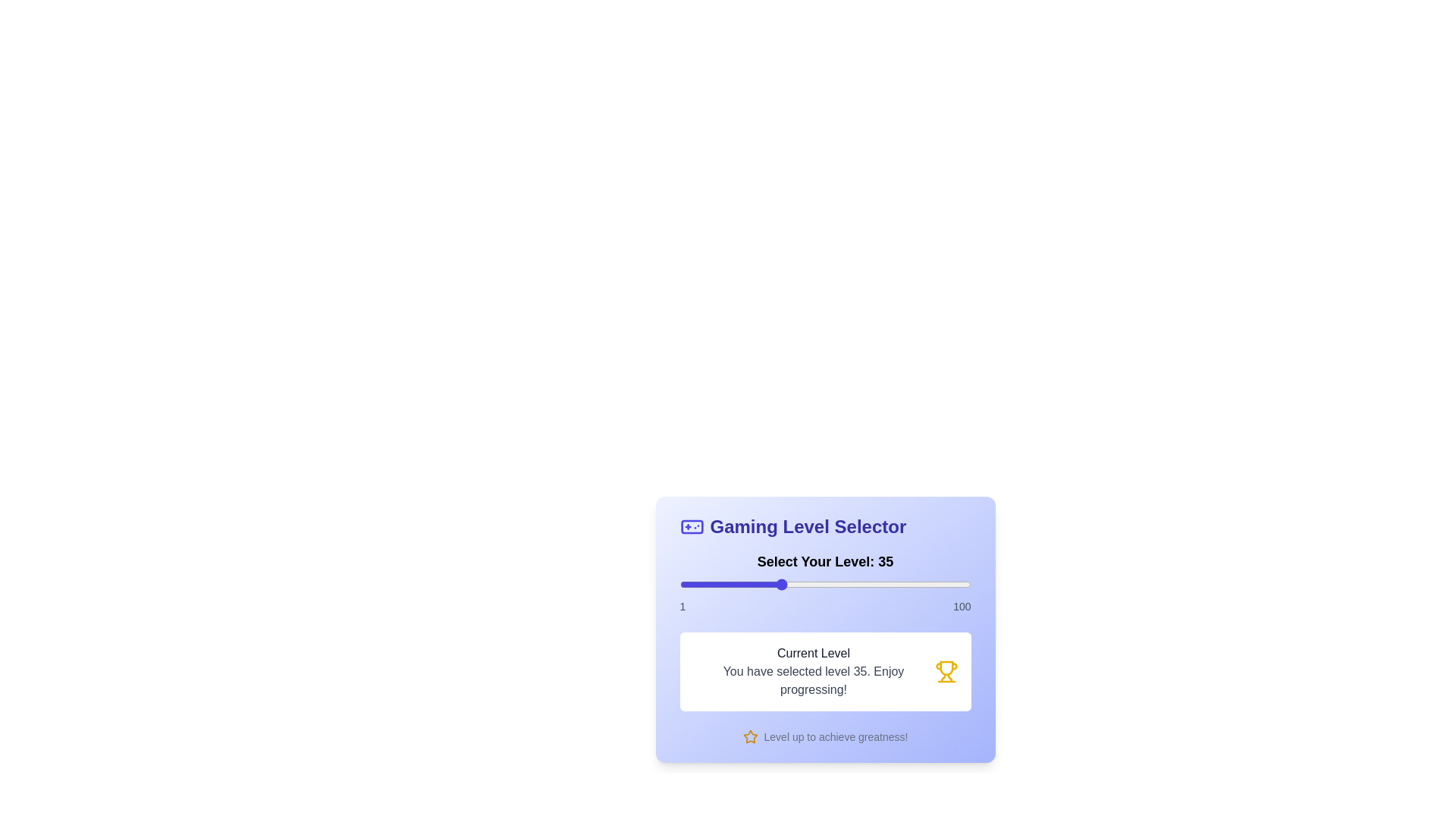 Image resolution: width=1456 pixels, height=819 pixels. What do you see at coordinates (940, 584) in the screenshot?
I see `the gaming level` at bounding box center [940, 584].